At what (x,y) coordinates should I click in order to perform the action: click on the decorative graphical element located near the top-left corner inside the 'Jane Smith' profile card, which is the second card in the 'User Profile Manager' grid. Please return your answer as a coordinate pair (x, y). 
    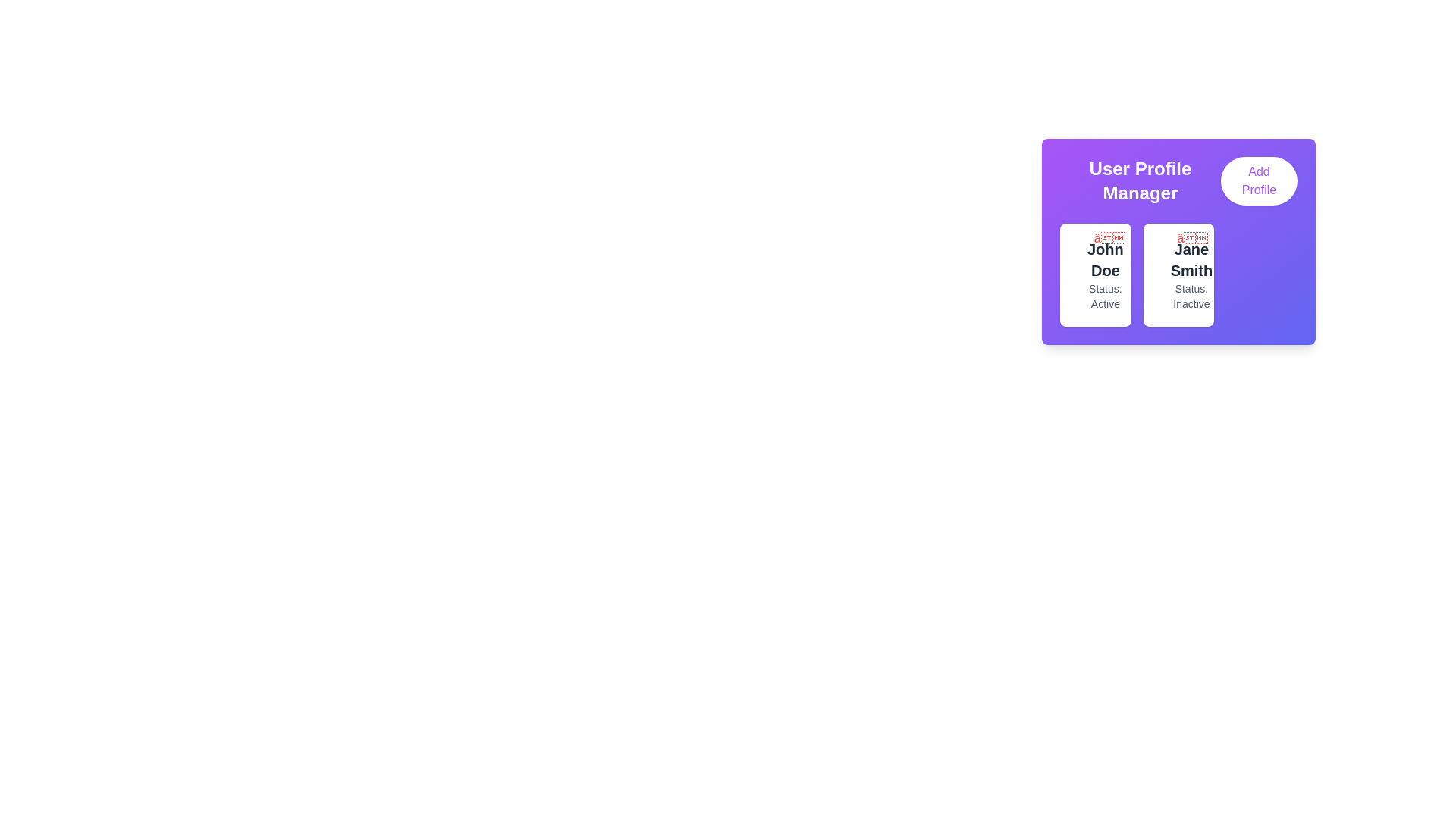
    Looking at the image, I should click on (1166, 265).